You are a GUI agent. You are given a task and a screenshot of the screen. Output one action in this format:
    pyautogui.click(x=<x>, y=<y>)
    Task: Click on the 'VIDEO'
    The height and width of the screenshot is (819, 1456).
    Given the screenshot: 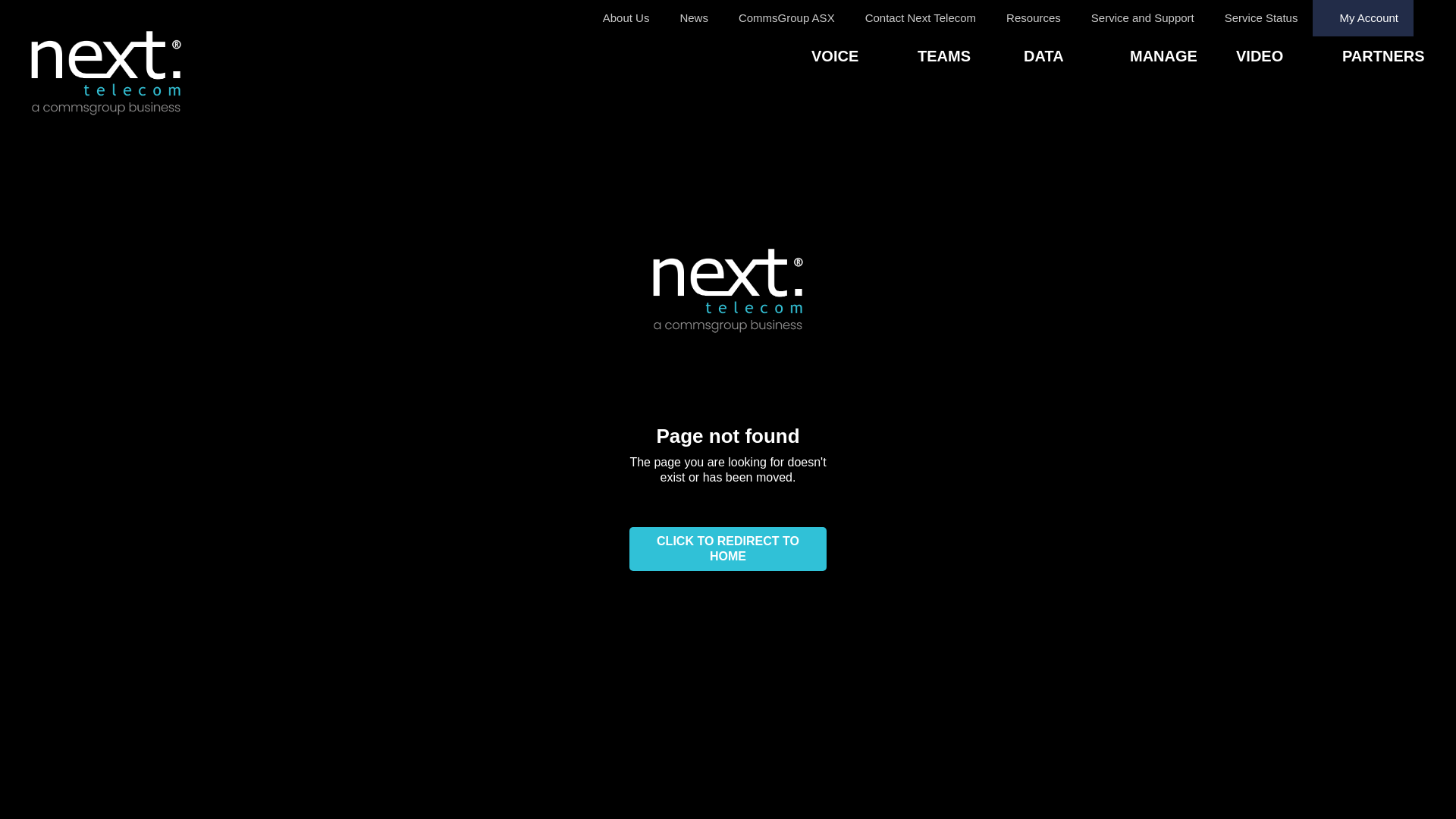 What is the action you would take?
    pyautogui.click(x=1288, y=57)
    